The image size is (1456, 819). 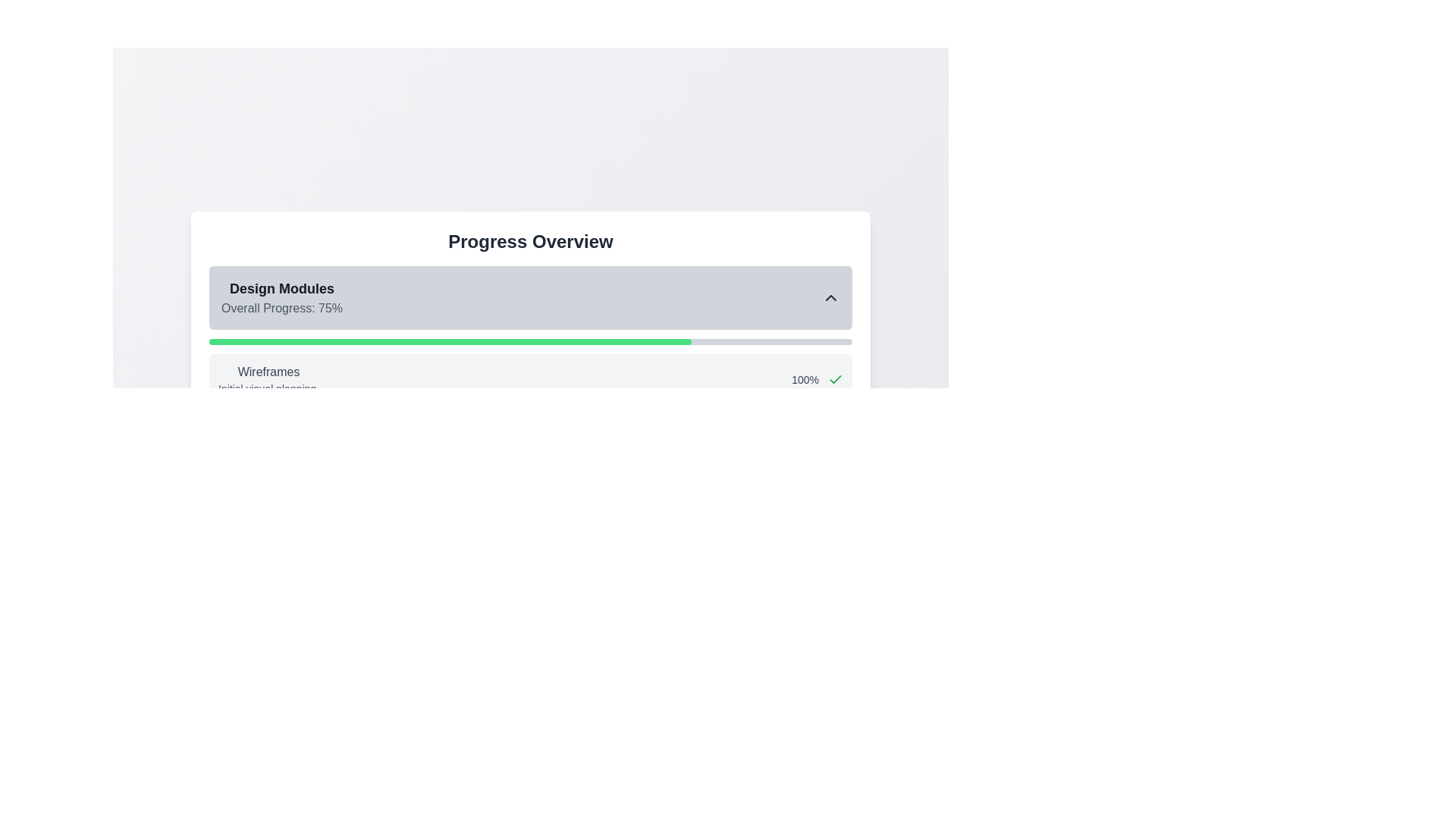 I want to click on the completion icon located adjacent to the '100%' text label in the bottom-right corner of the progress summary section, so click(x=835, y=379).